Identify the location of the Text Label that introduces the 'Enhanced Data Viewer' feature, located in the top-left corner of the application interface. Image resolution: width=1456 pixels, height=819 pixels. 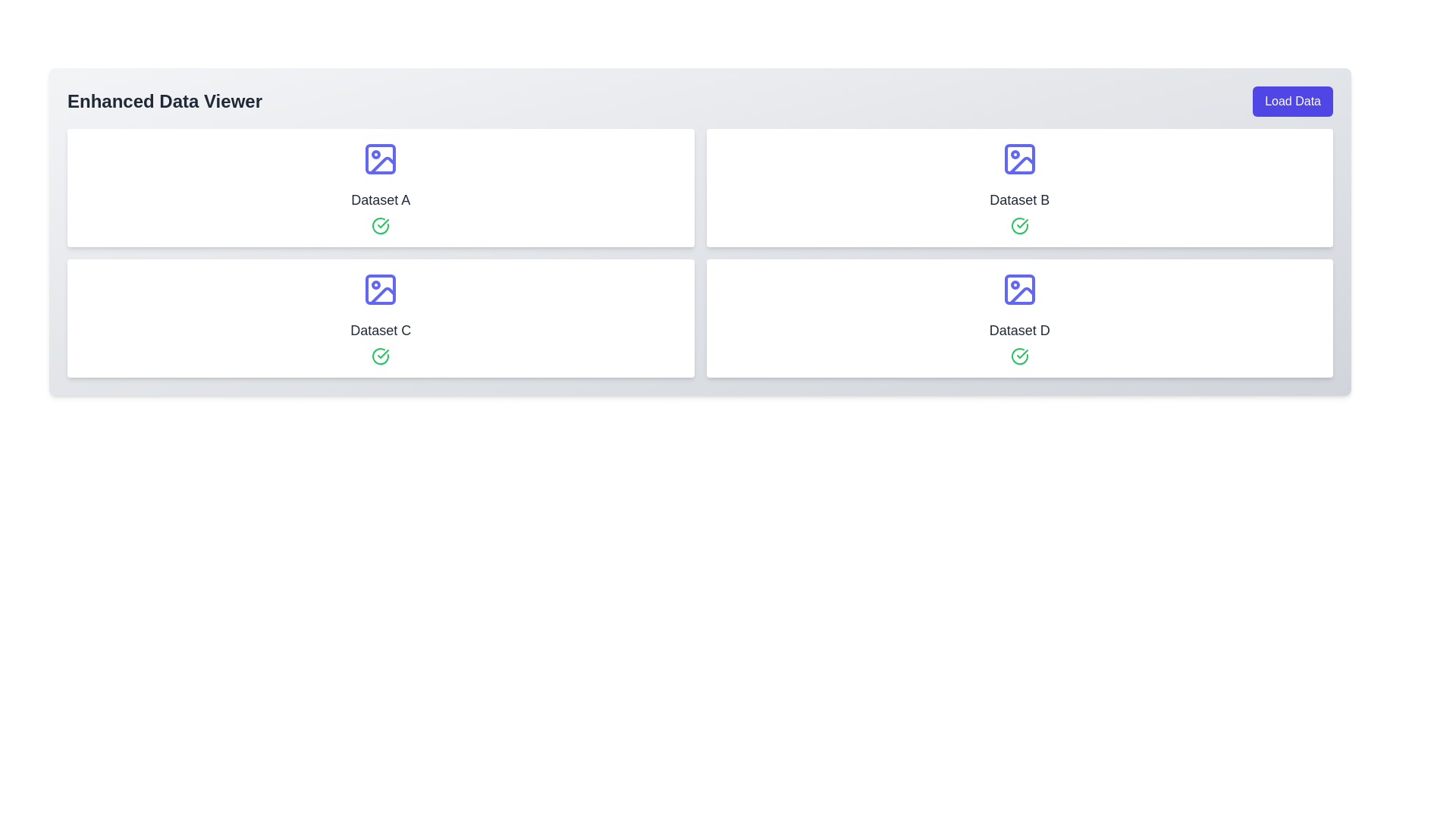
(165, 102).